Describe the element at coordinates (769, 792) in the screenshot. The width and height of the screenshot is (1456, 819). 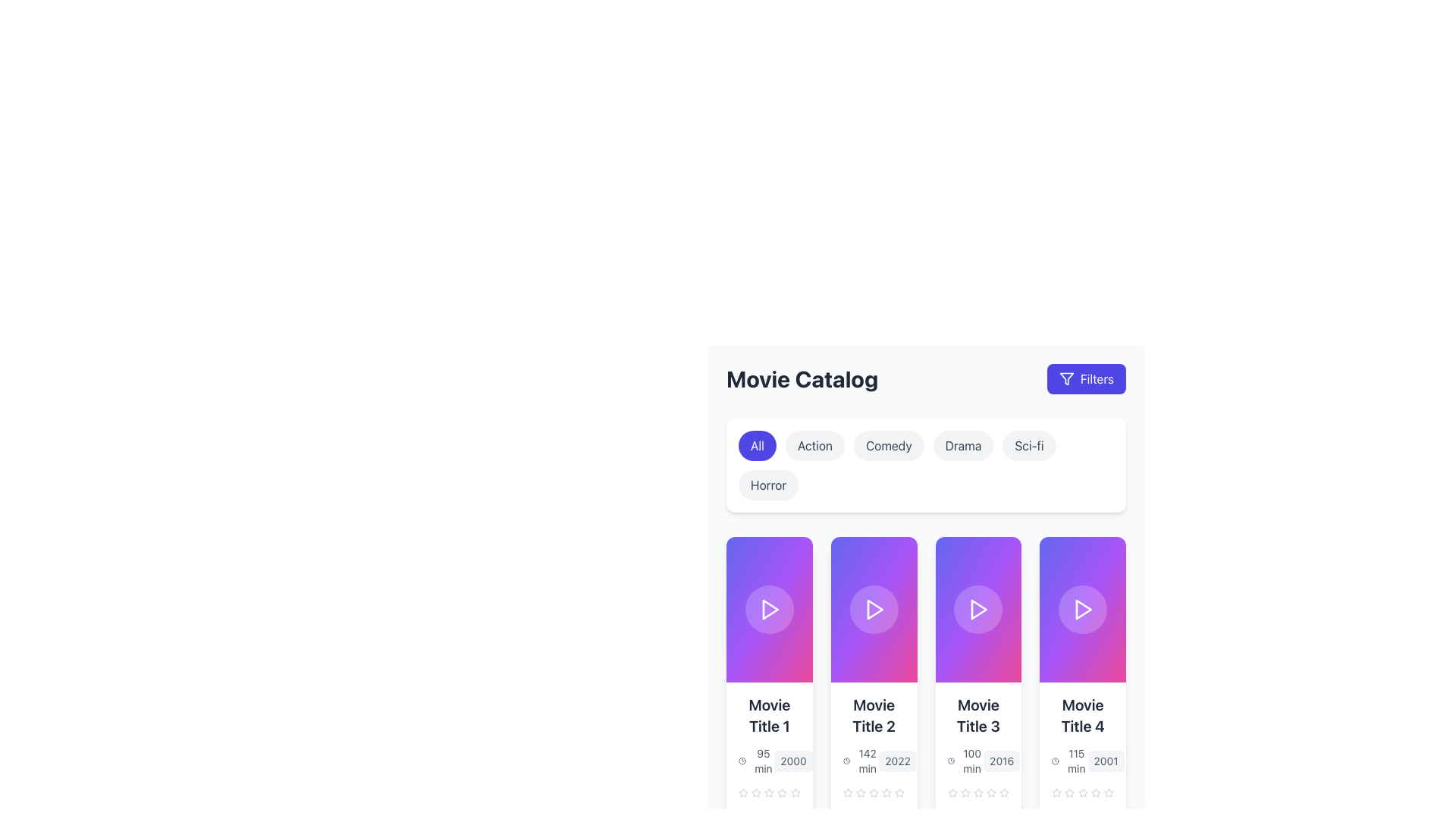
I see `the fourth star-shaped icon button in the rating system below 'Movie Title 1'` at that location.